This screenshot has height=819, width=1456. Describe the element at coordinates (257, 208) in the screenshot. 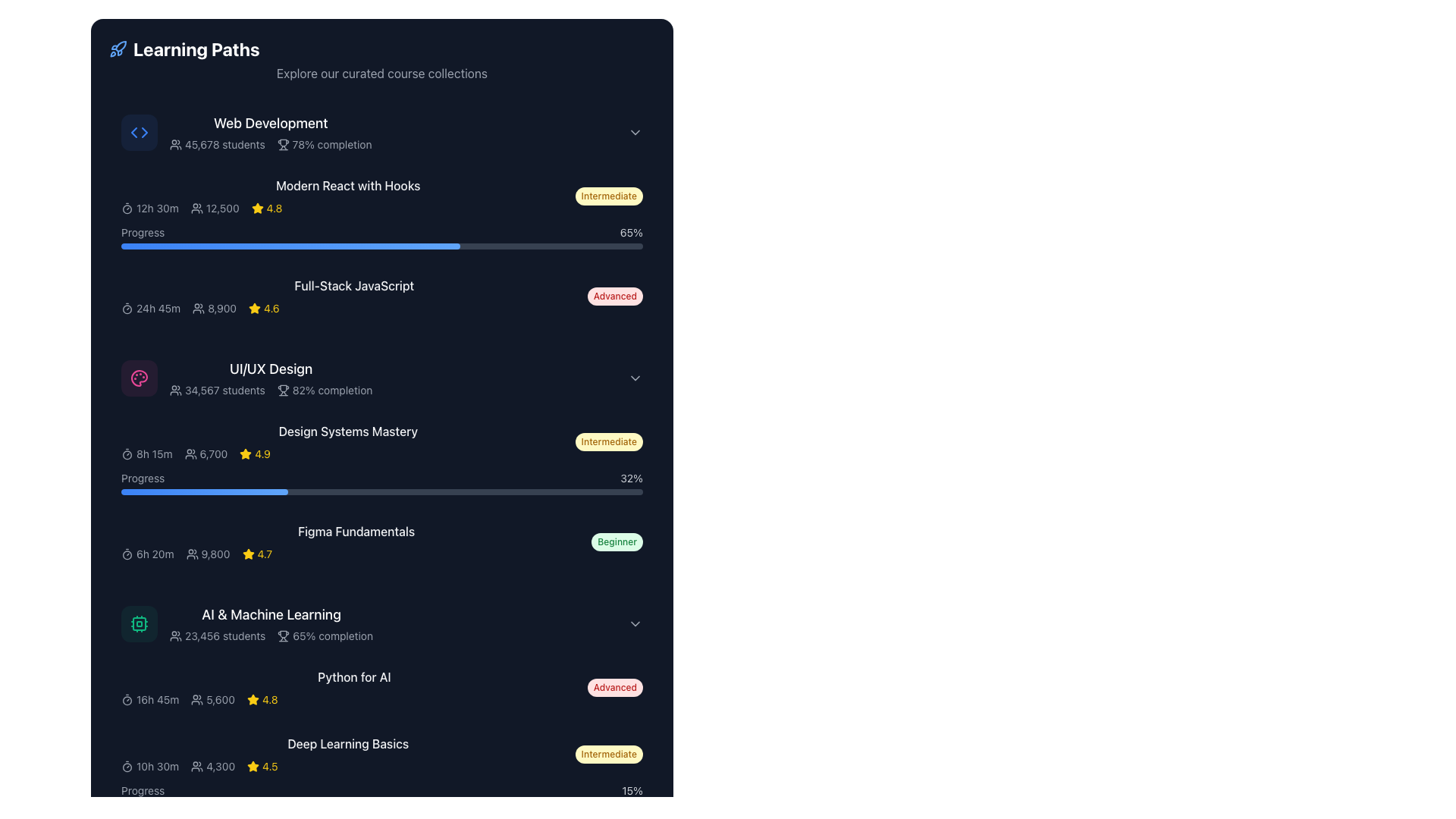

I see `the gold-colored star icon that signifies a rating system, located next to the numerical rating score (4.8) in the 'Modern React with Hooks' course section` at that location.